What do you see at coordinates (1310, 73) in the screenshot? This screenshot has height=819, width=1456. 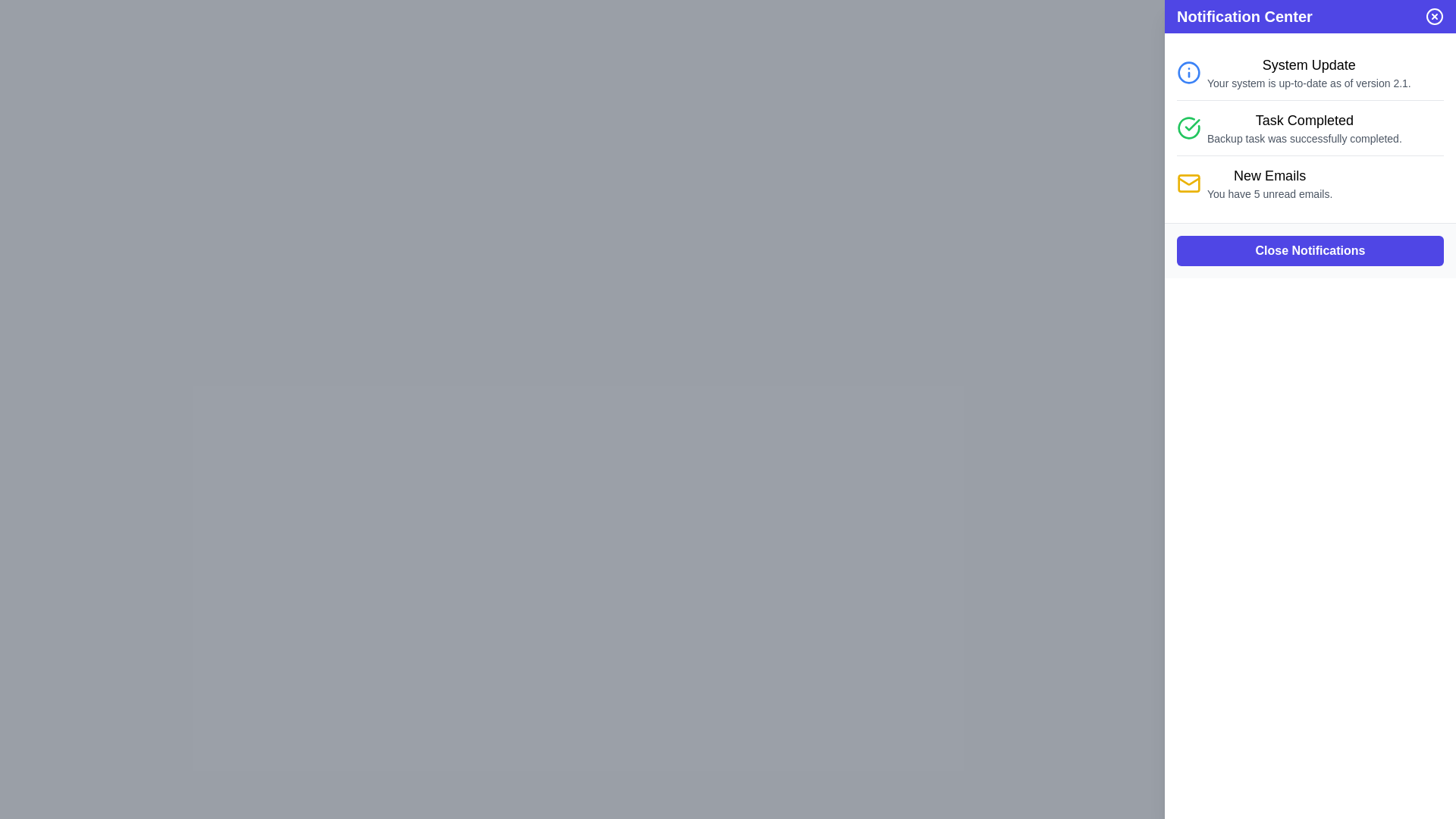 I see `the notification item in the Notification Center` at bounding box center [1310, 73].